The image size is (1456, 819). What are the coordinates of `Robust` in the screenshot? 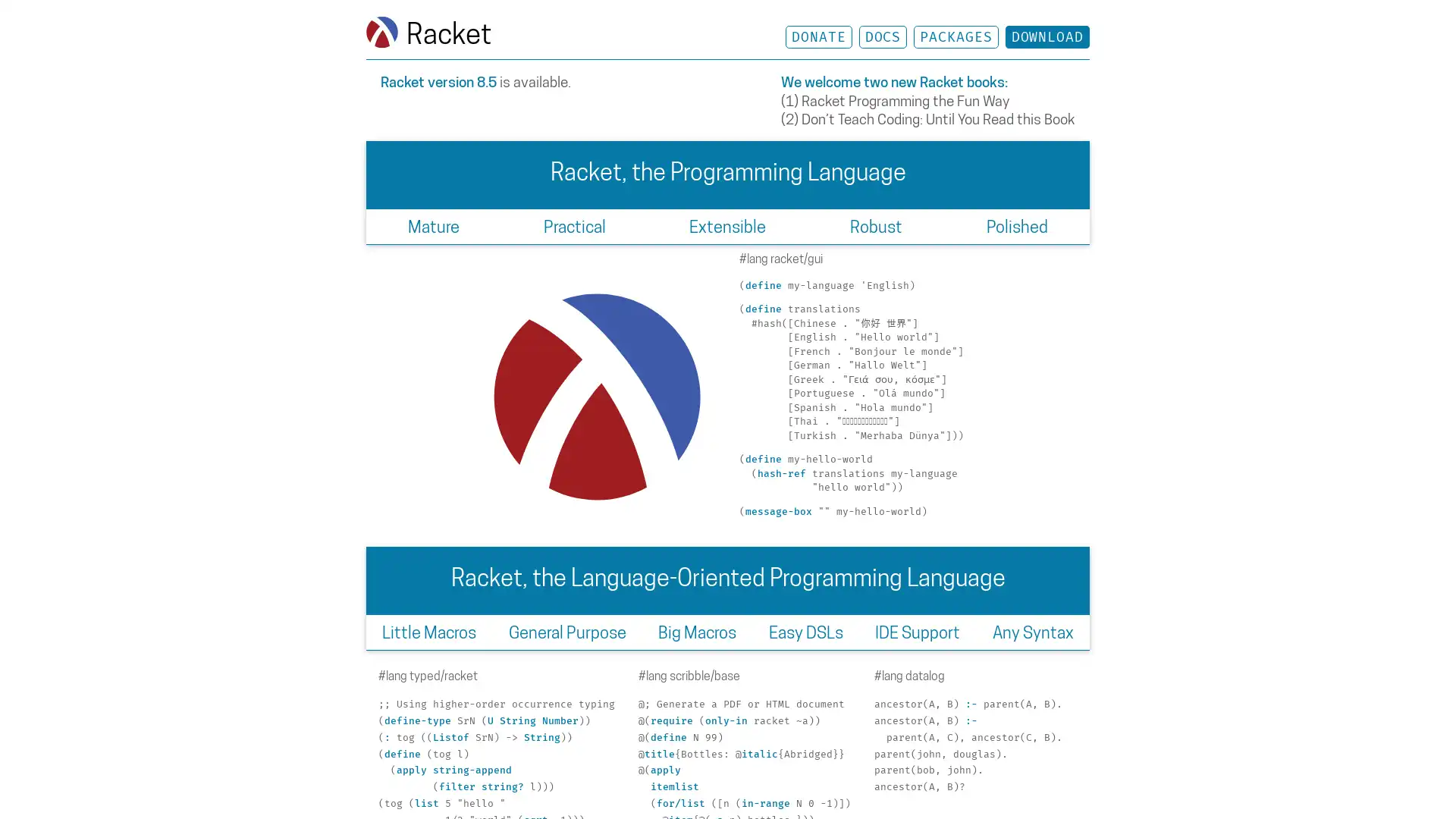 It's located at (876, 226).